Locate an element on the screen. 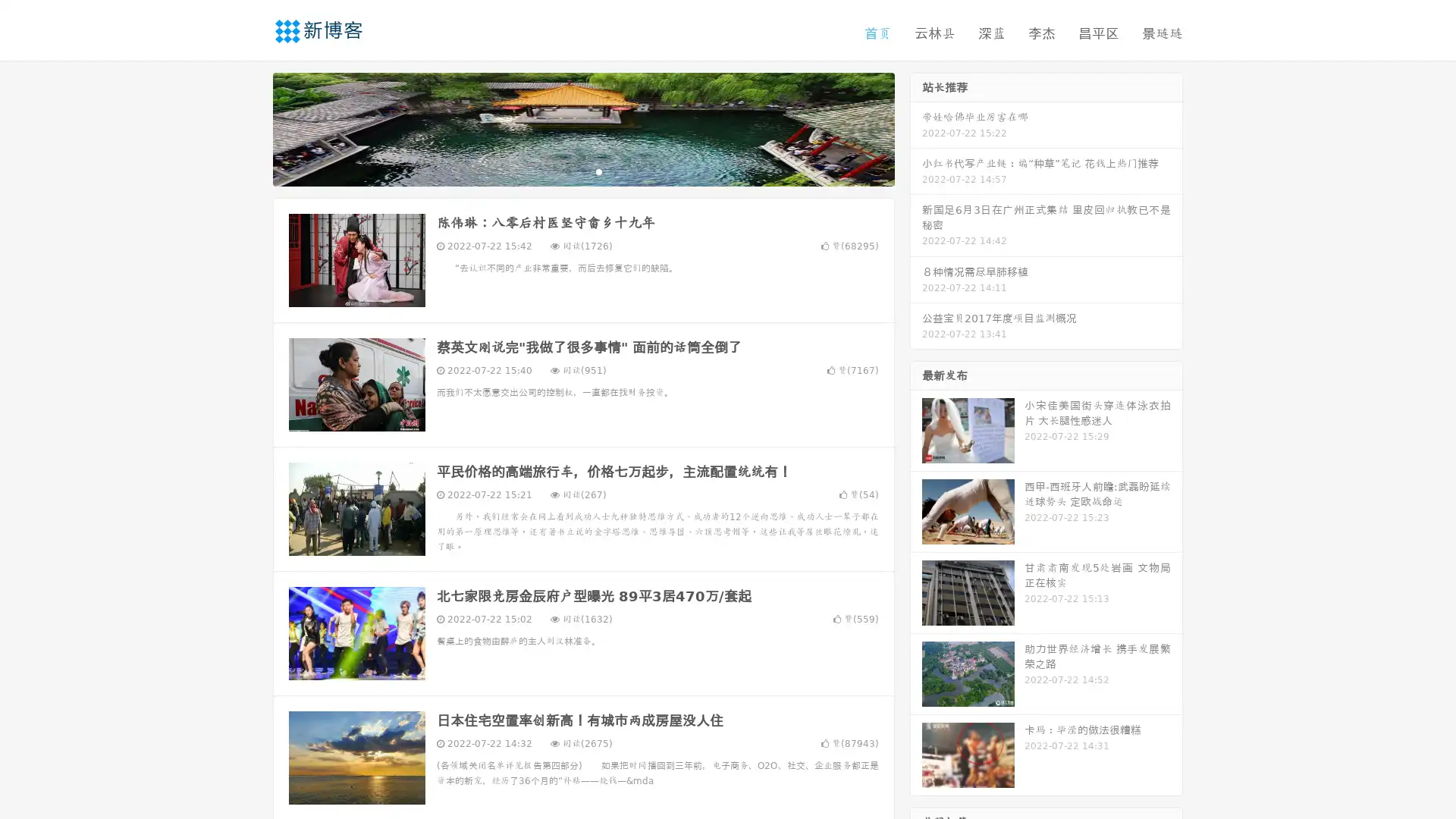 The height and width of the screenshot is (819, 1456). Go to slide 3 is located at coordinates (598, 171).